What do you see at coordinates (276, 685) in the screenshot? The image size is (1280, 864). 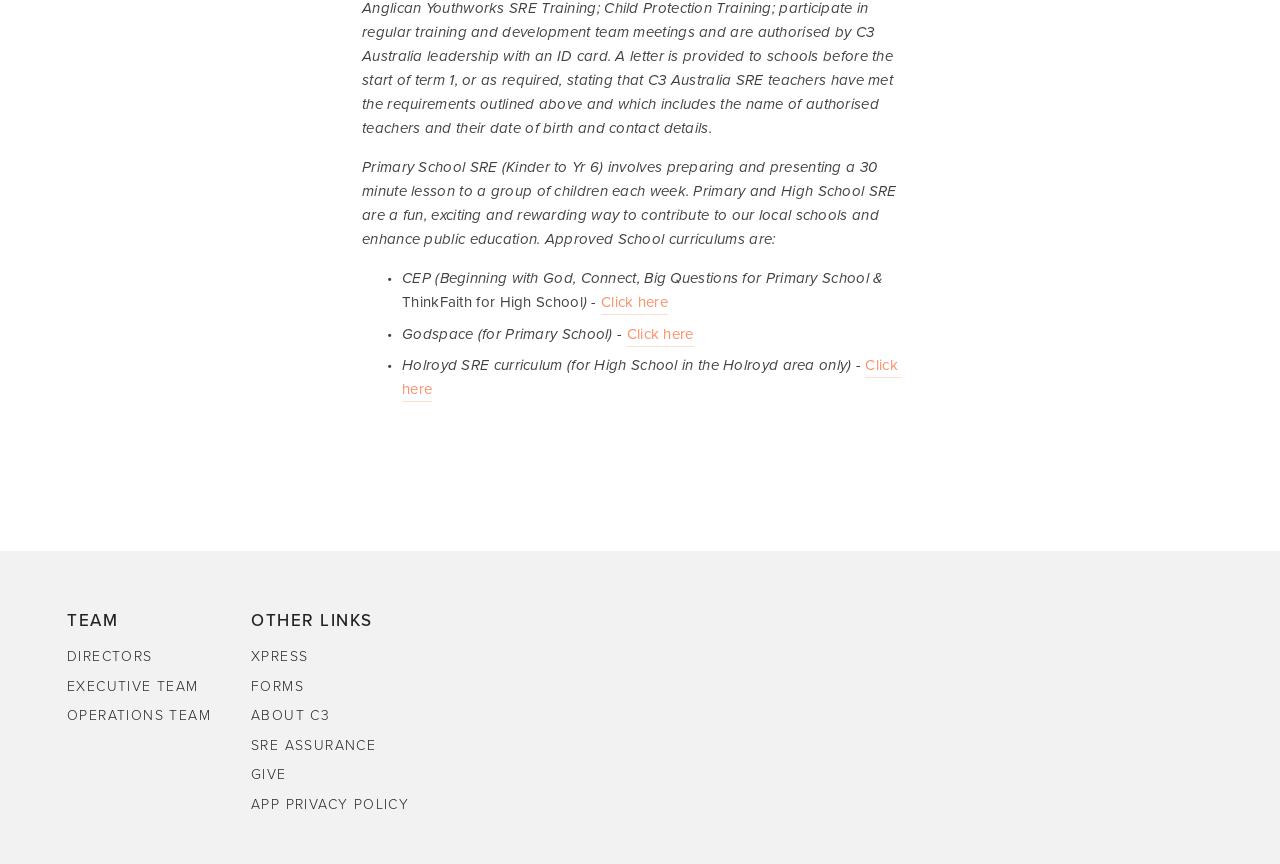 I see `'Forms'` at bounding box center [276, 685].